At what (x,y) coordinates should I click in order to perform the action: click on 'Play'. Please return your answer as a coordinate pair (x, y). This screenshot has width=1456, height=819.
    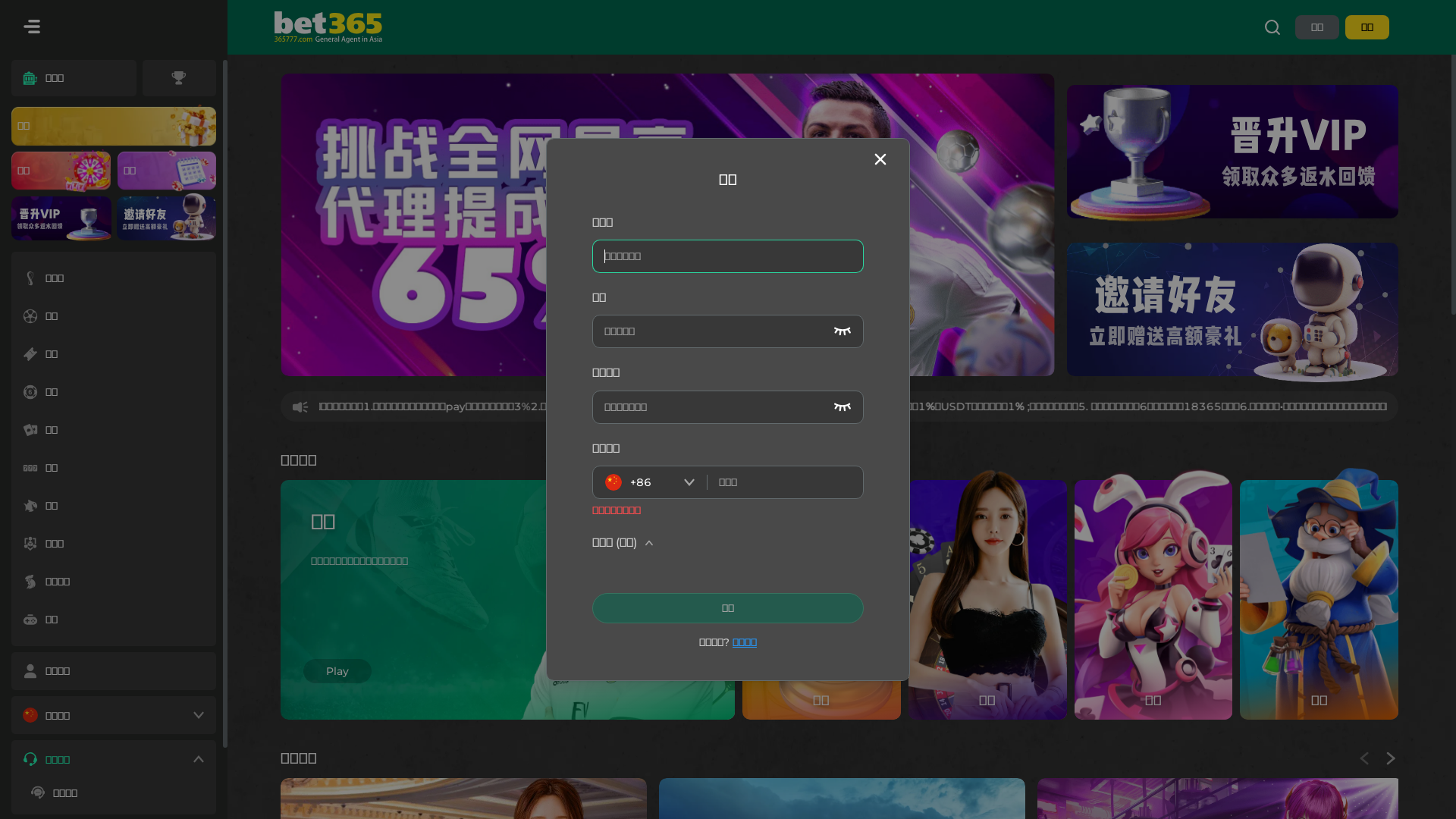
    Looking at the image, I should click on (337, 670).